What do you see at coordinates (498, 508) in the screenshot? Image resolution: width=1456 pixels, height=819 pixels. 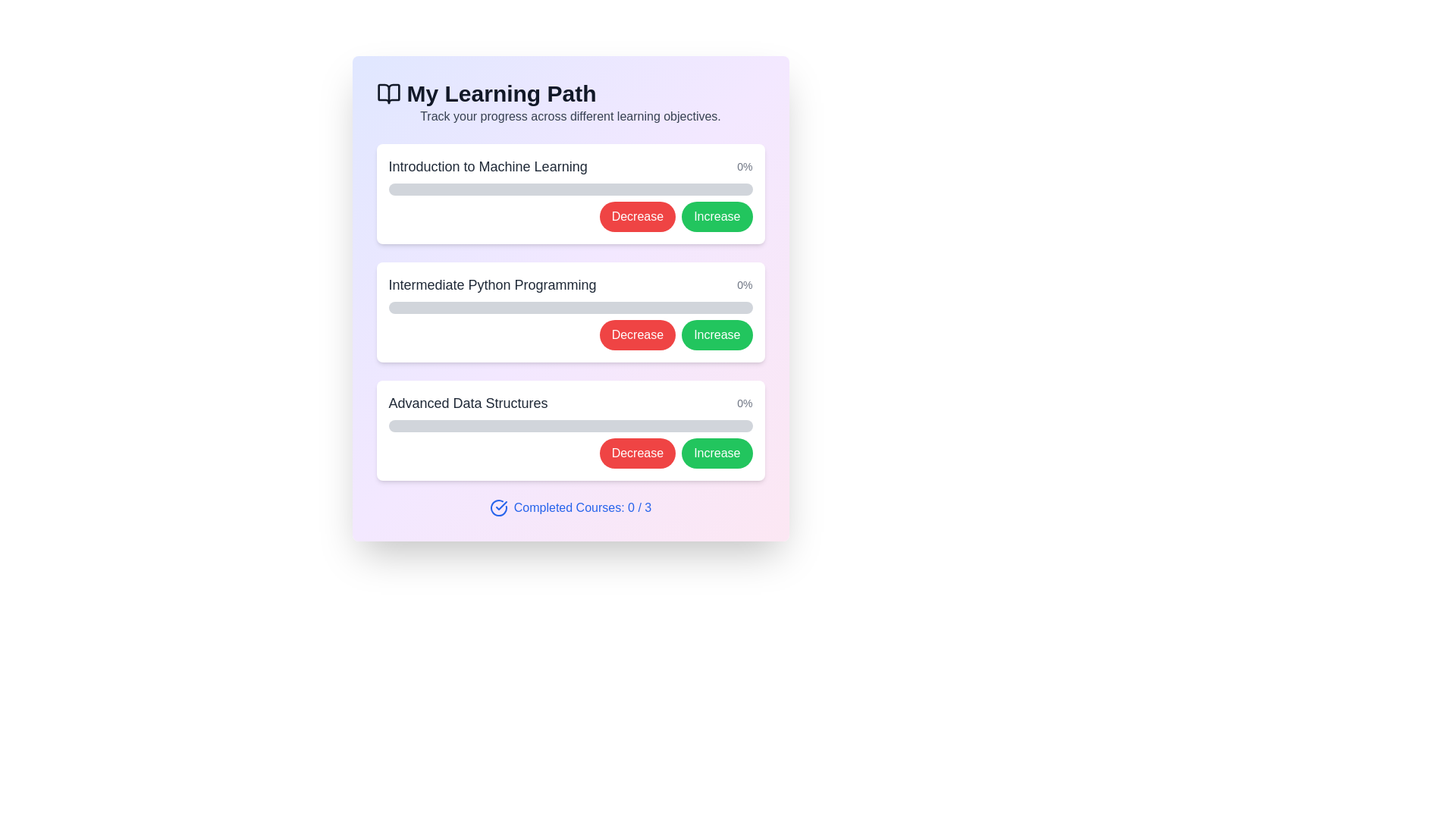 I see `the decorative graphical icon component representing the completed courses progress indicator, located at the bottom center of the learning interface` at bounding box center [498, 508].